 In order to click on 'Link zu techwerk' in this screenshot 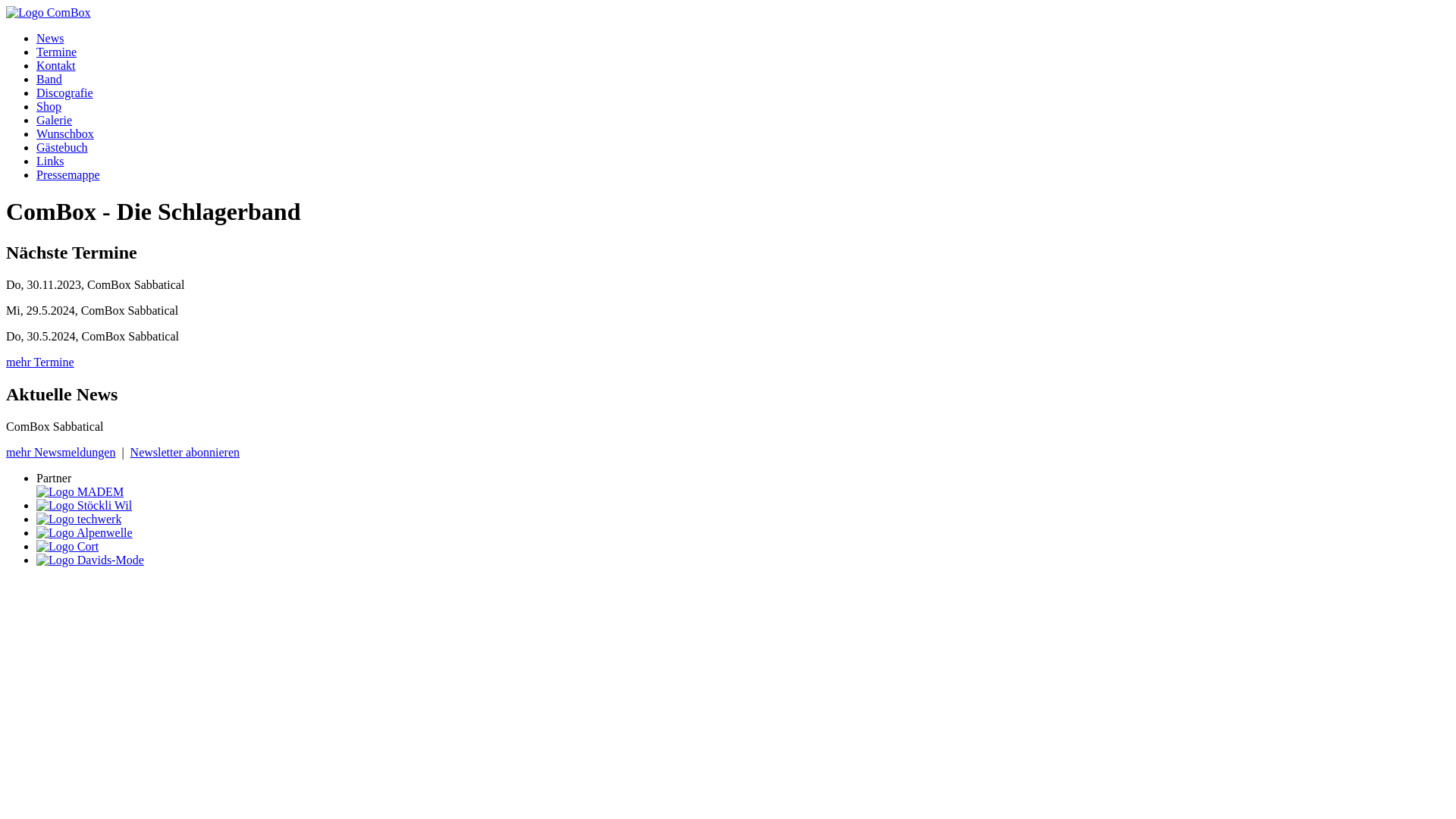, I will do `click(78, 518)`.